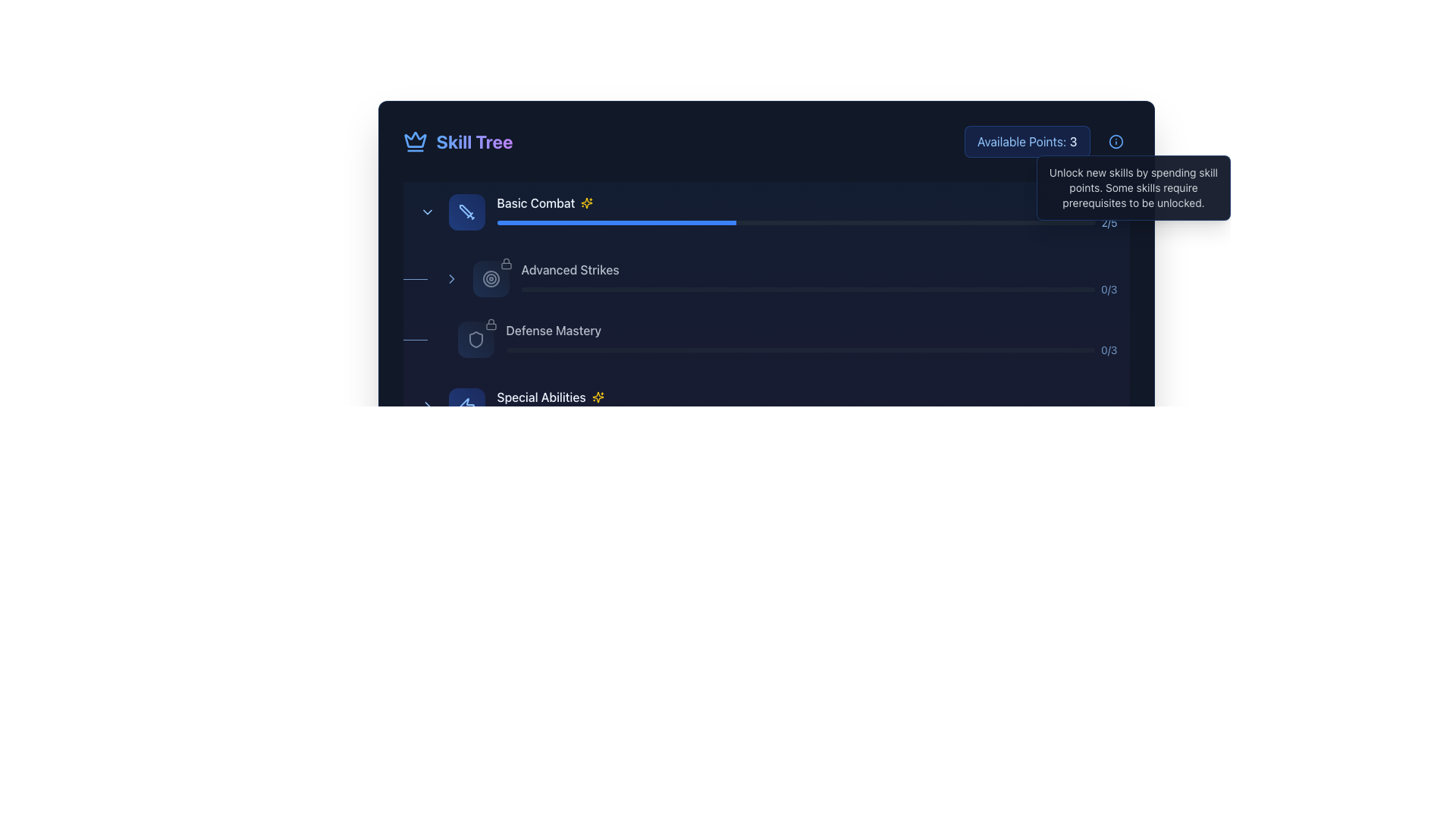  What do you see at coordinates (799, 350) in the screenshot?
I see `the 'Defense Mastery' progress bar which visually represents the completion level of the skill, currently at 0 out of 3 points` at bounding box center [799, 350].